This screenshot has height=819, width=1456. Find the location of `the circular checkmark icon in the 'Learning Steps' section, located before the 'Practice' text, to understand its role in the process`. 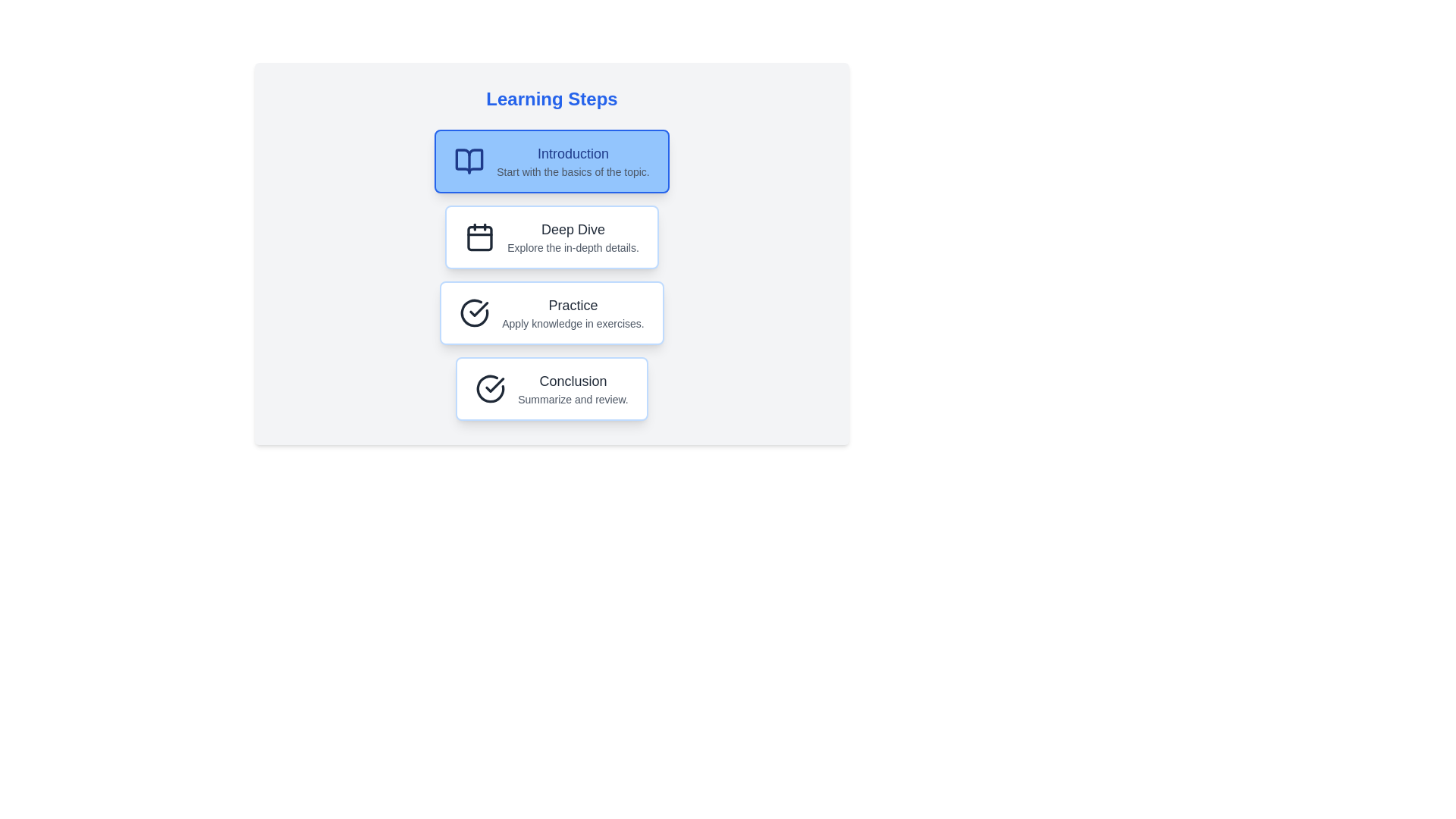

the circular checkmark icon in the 'Learning Steps' section, located before the 'Practice' text, to understand its role in the process is located at coordinates (474, 312).